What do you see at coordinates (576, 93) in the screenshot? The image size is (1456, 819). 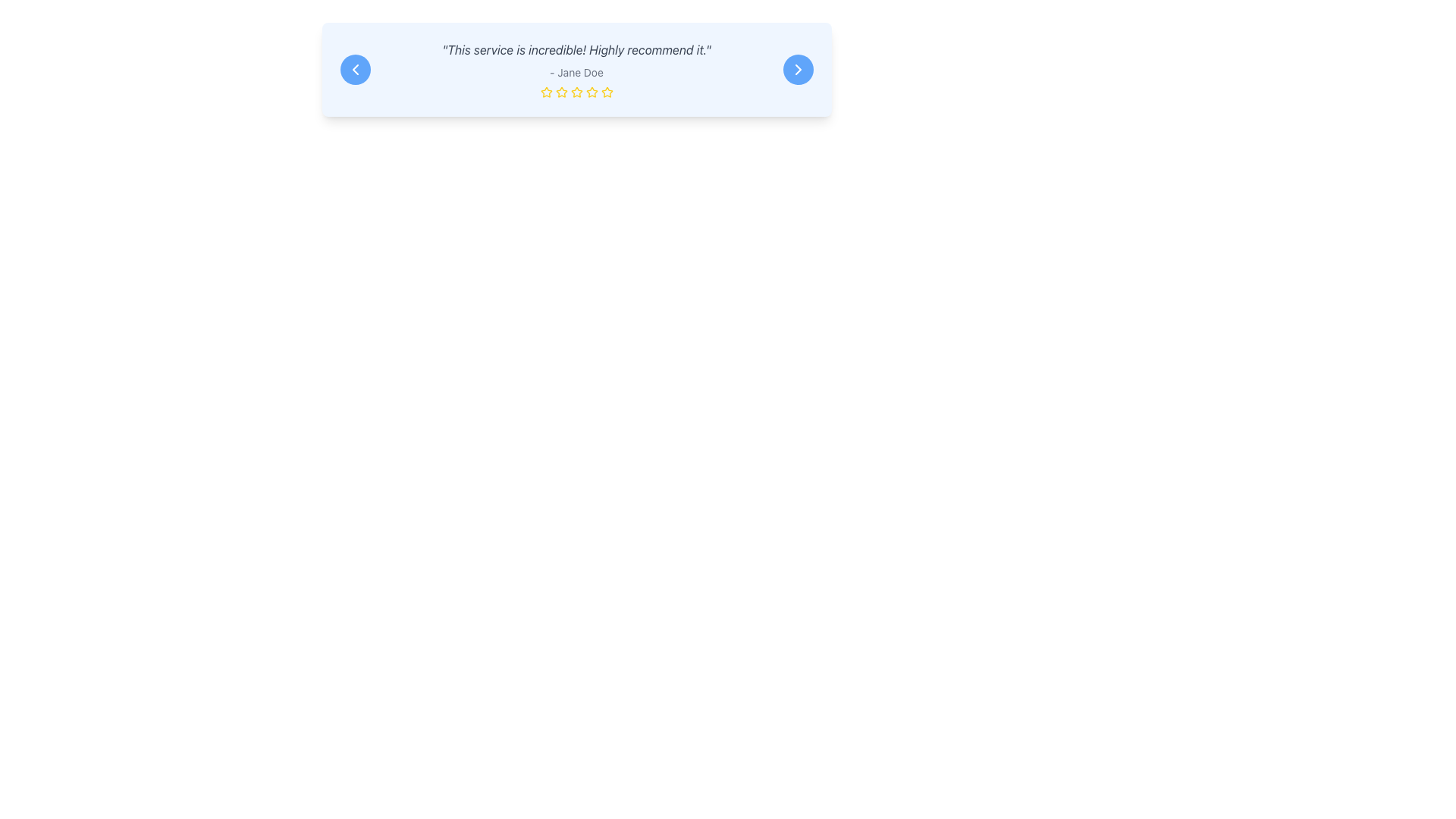 I see `the fourth star icon in the visual rating system` at bounding box center [576, 93].